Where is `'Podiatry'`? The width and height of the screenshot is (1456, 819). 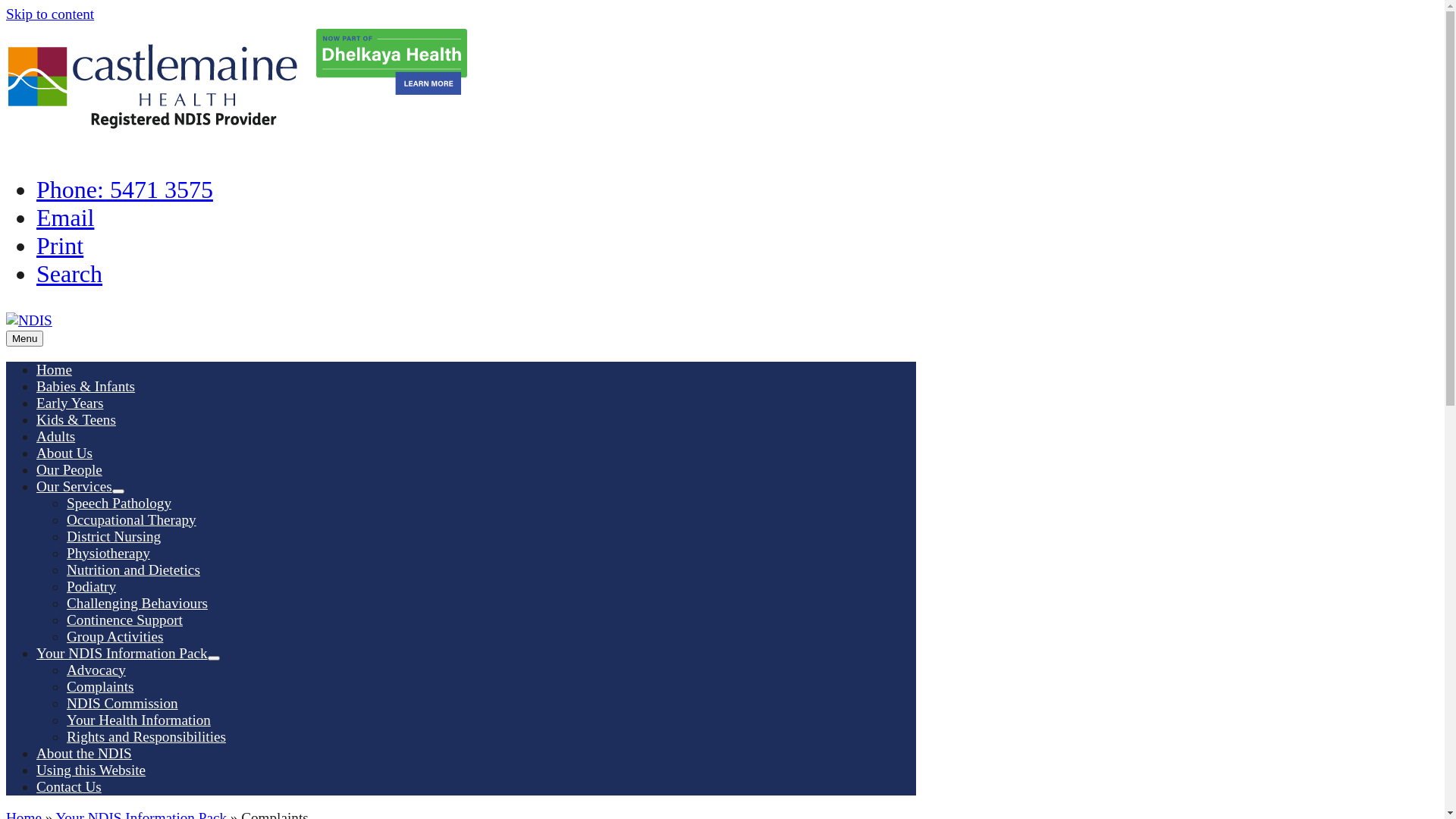 'Podiatry' is located at coordinates (90, 585).